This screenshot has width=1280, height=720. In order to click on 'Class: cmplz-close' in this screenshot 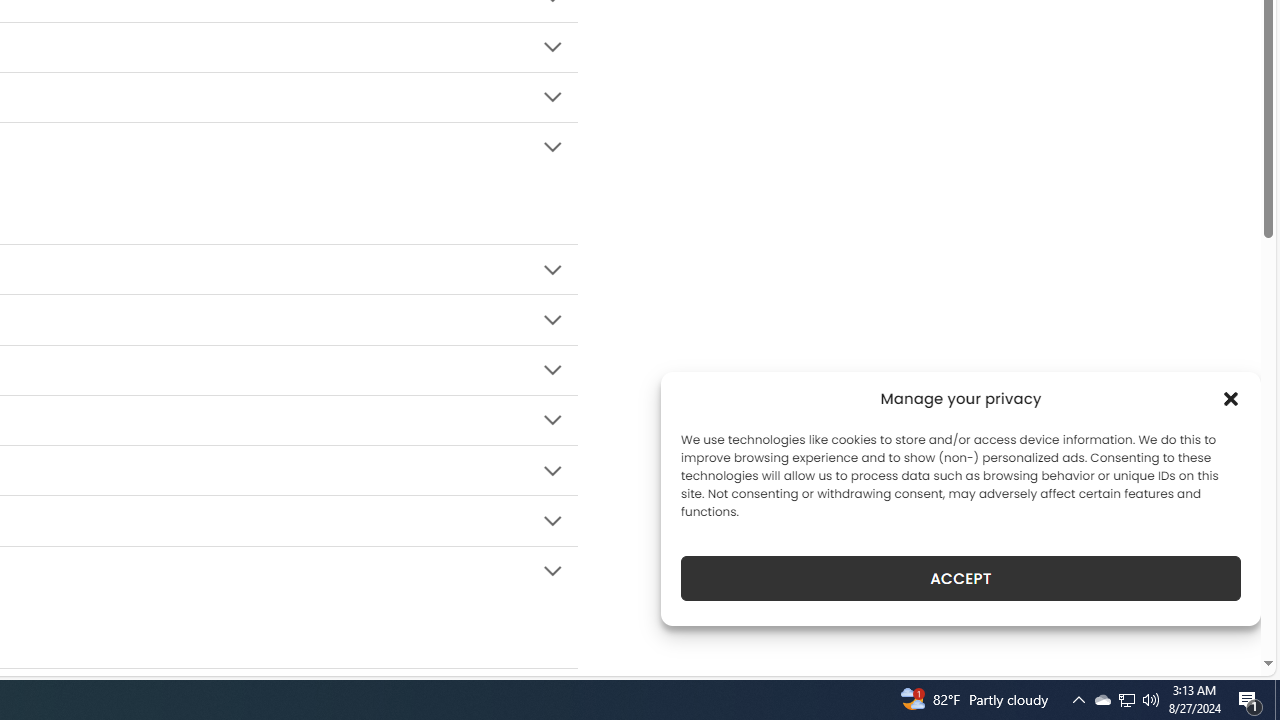, I will do `click(1230, 398)`.